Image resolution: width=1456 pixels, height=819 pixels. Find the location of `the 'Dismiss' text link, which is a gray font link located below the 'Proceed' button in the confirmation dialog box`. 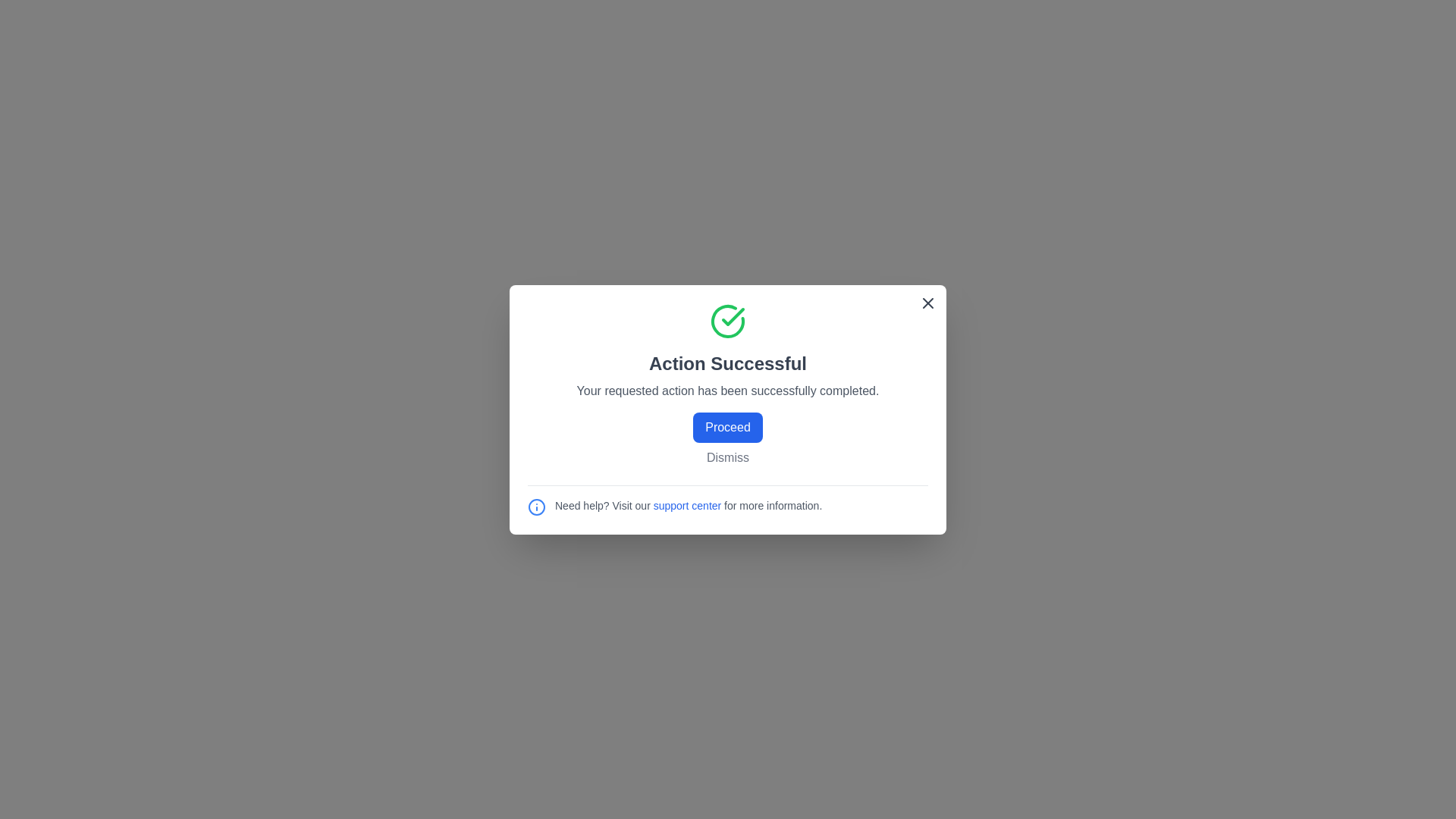

the 'Dismiss' text link, which is a gray font link located below the 'Proceed' button in the confirmation dialog box is located at coordinates (728, 457).